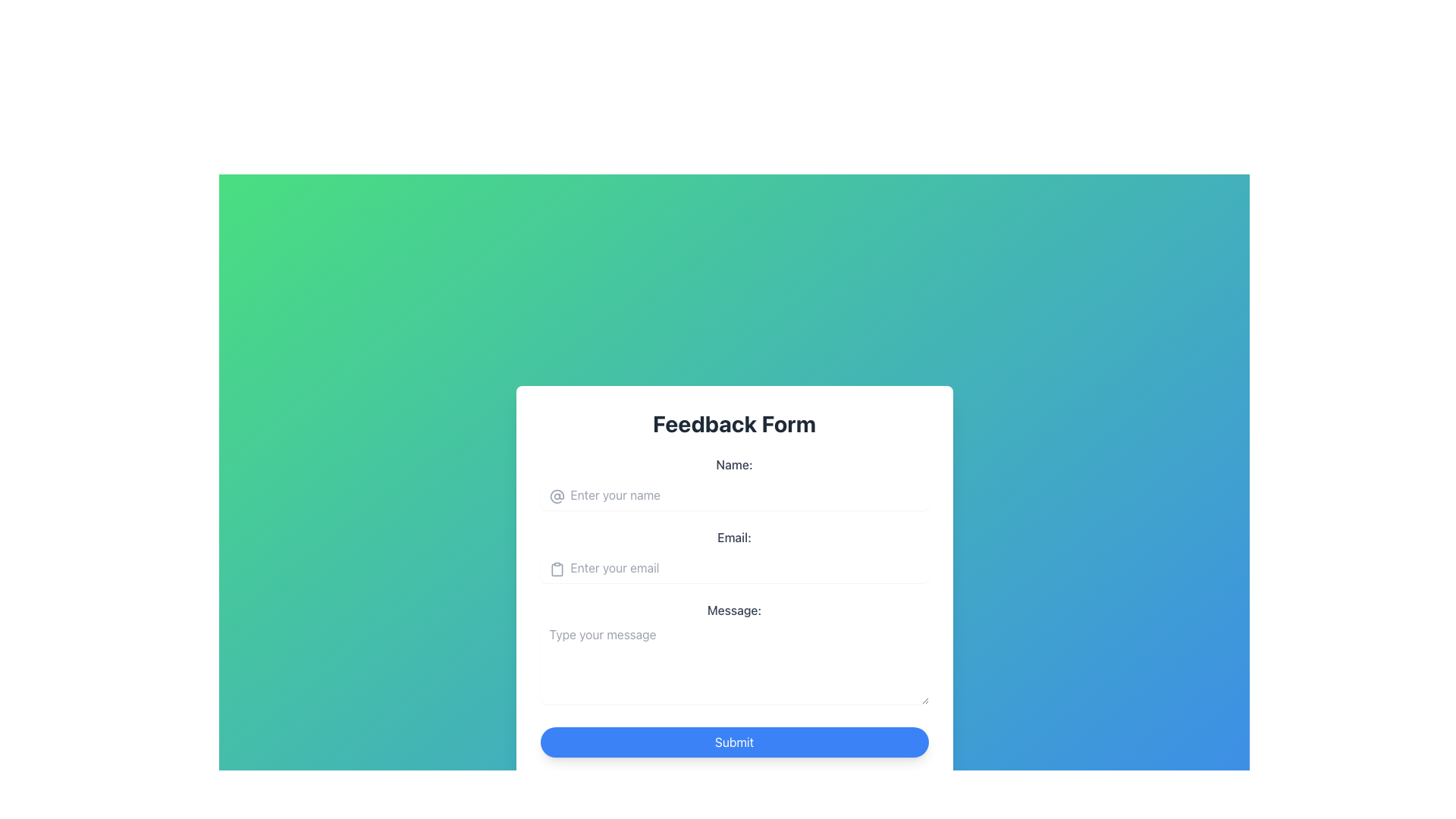 Image resolution: width=1456 pixels, height=819 pixels. Describe the element at coordinates (734, 742) in the screenshot. I see `the 'Submit' button with rounded edges, blue background, and white text` at that location.